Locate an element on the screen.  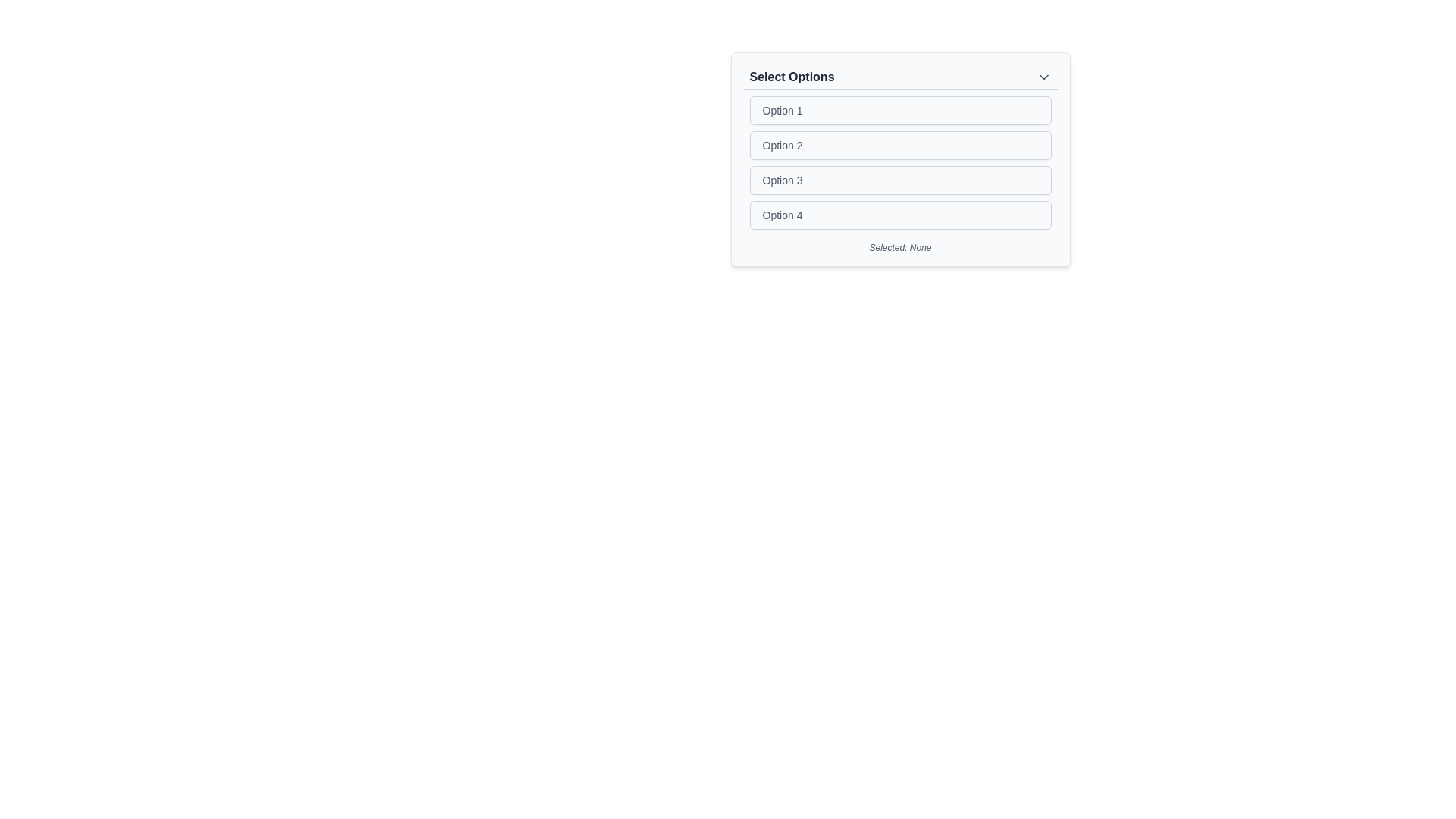
the 'Option 4' button, which is a horizontally-stretched rectangular button with a white background and rounded corners, located at the bottom of a list of similarly-styled buttons is located at coordinates (900, 215).